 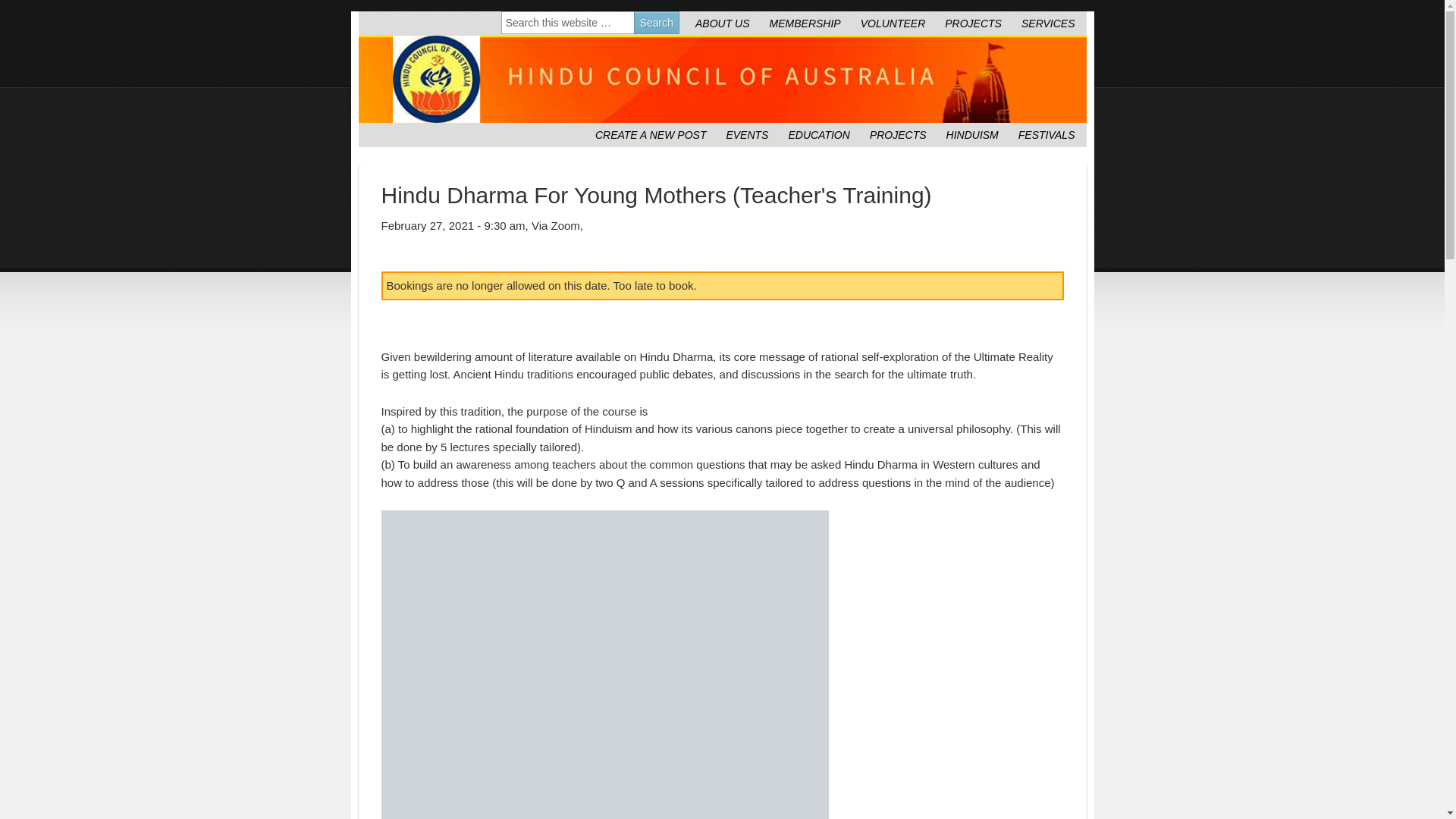 What do you see at coordinates (972, 133) in the screenshot?
I see `'HINDUISM'` at bounding box center [972, 133].